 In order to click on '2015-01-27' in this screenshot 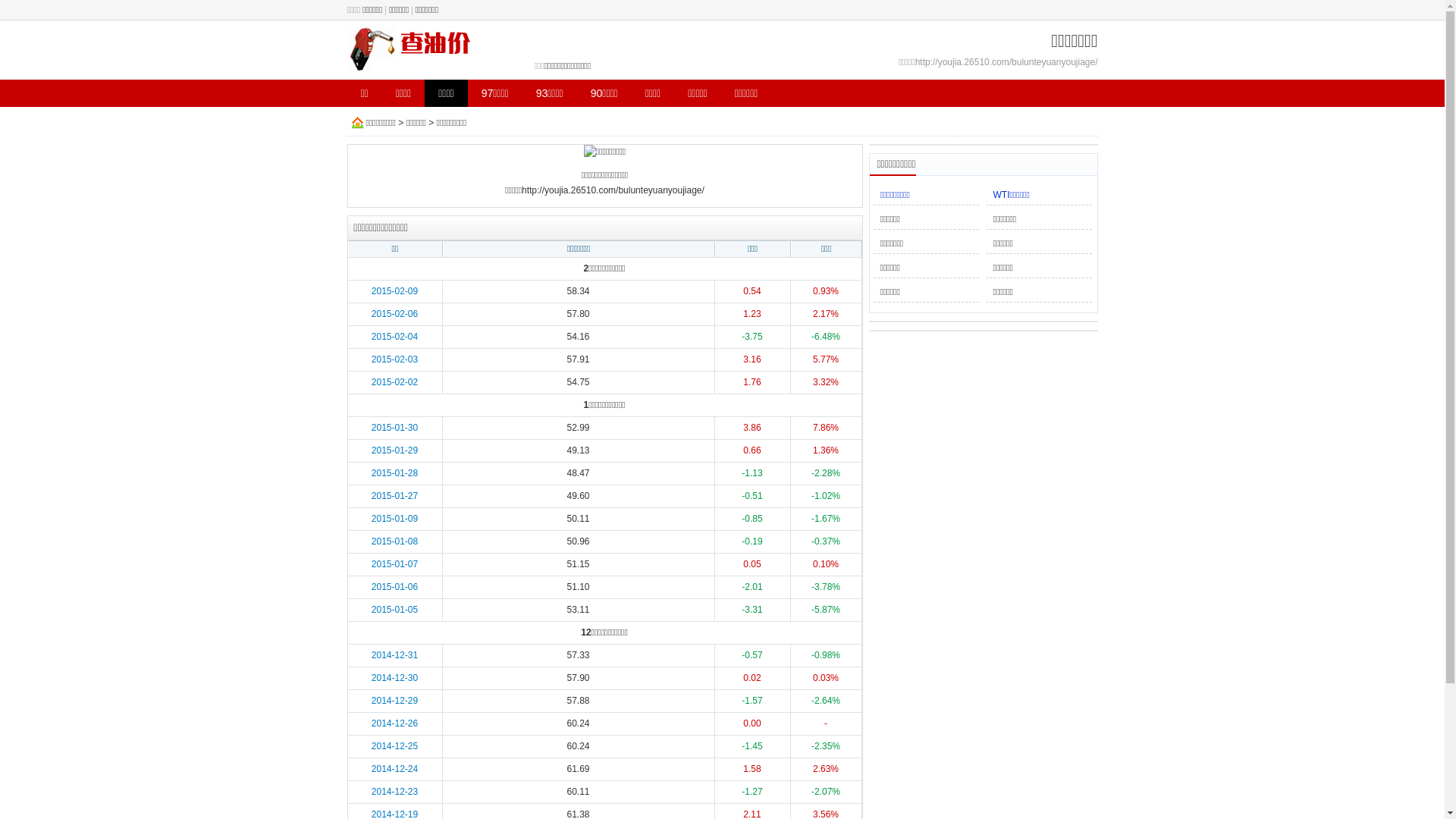, I will do `click(394, 496)`.